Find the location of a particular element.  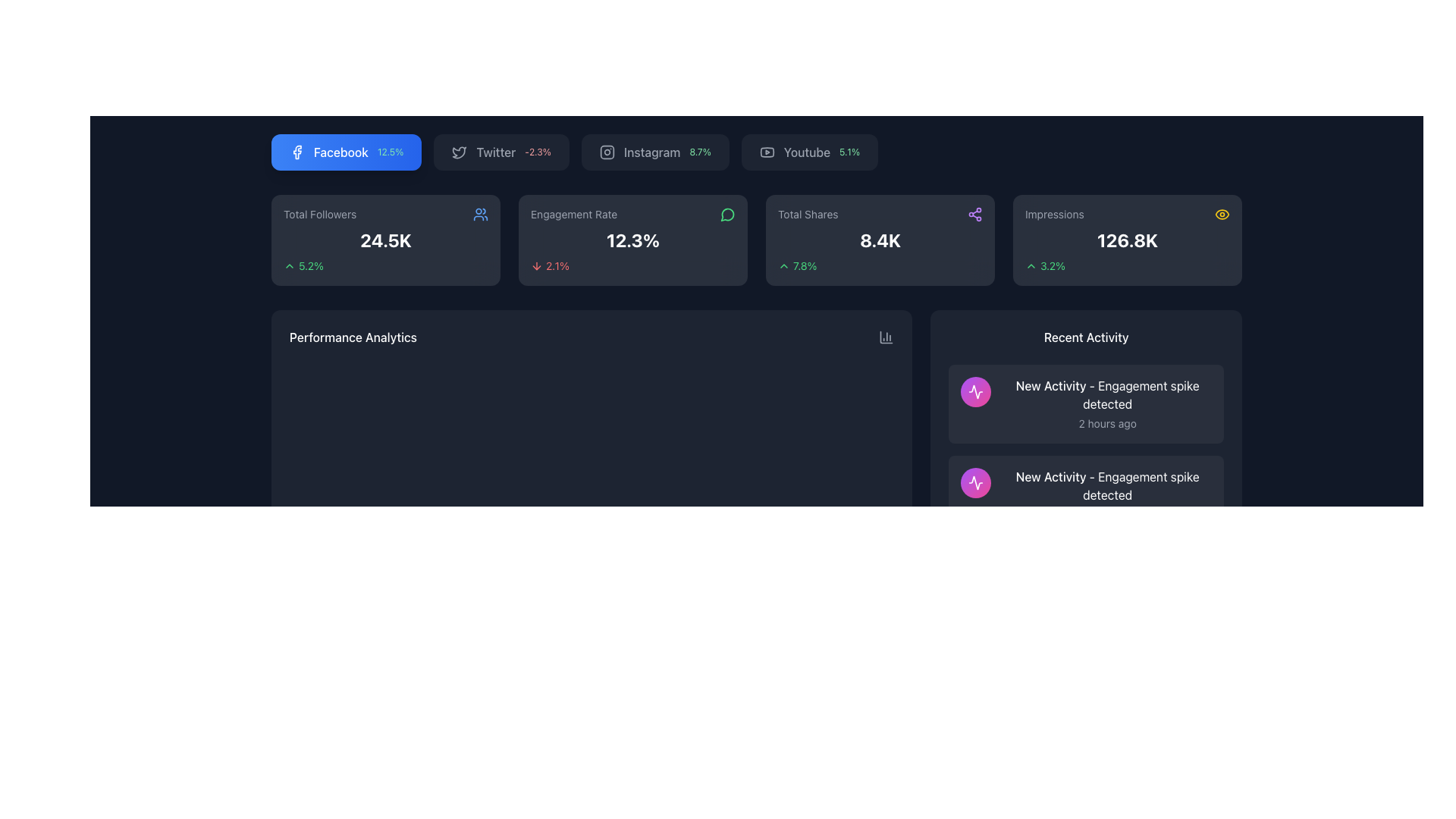

the SVG icon resembling the YouTube logo, which has a red play button and is located in the header section next is located at coordinates (767, 152).